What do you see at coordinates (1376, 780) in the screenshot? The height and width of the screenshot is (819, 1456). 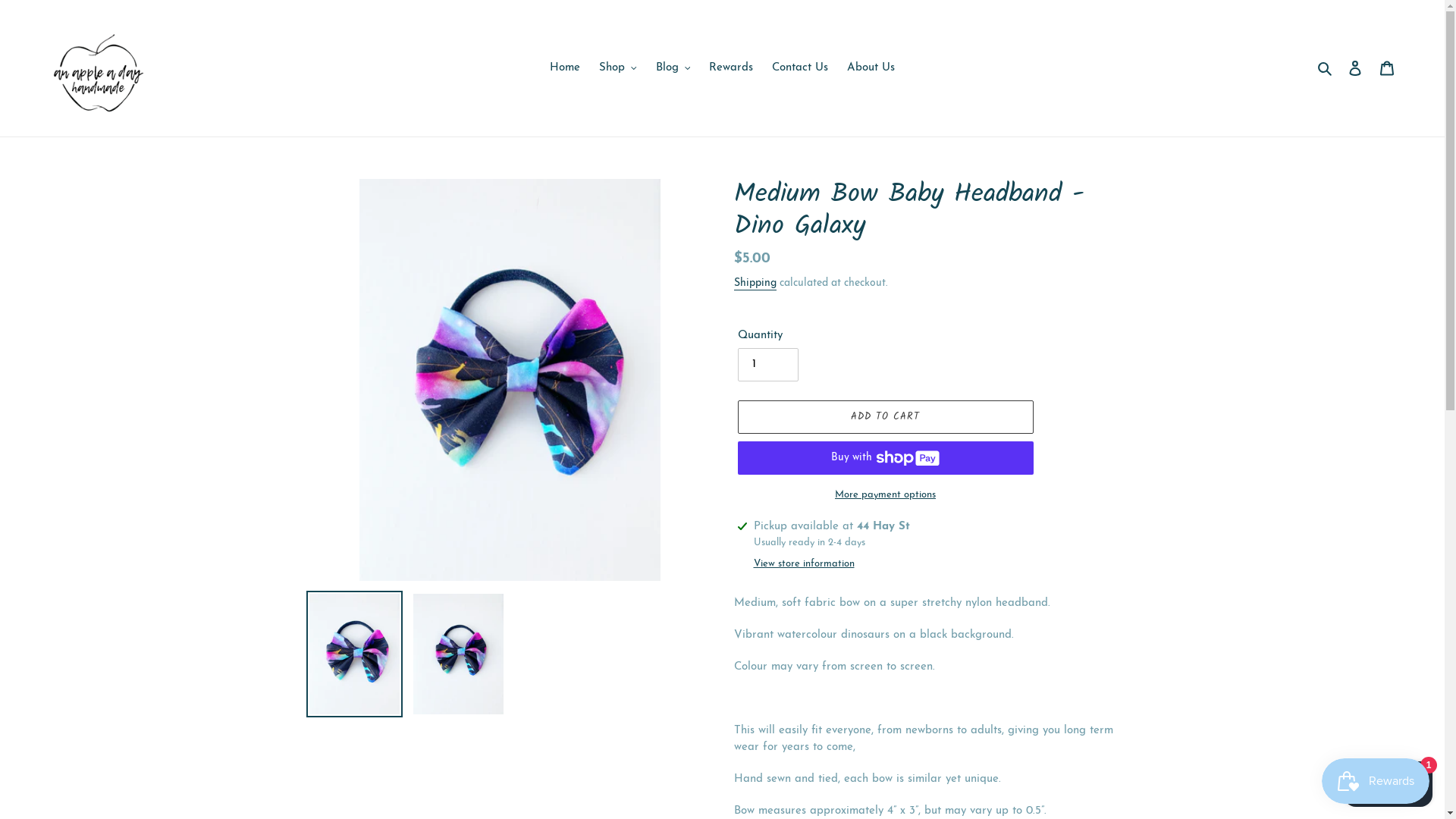 I see `'Smile.io Rewards Program Launcher'` at bounding box center [1376, 780].